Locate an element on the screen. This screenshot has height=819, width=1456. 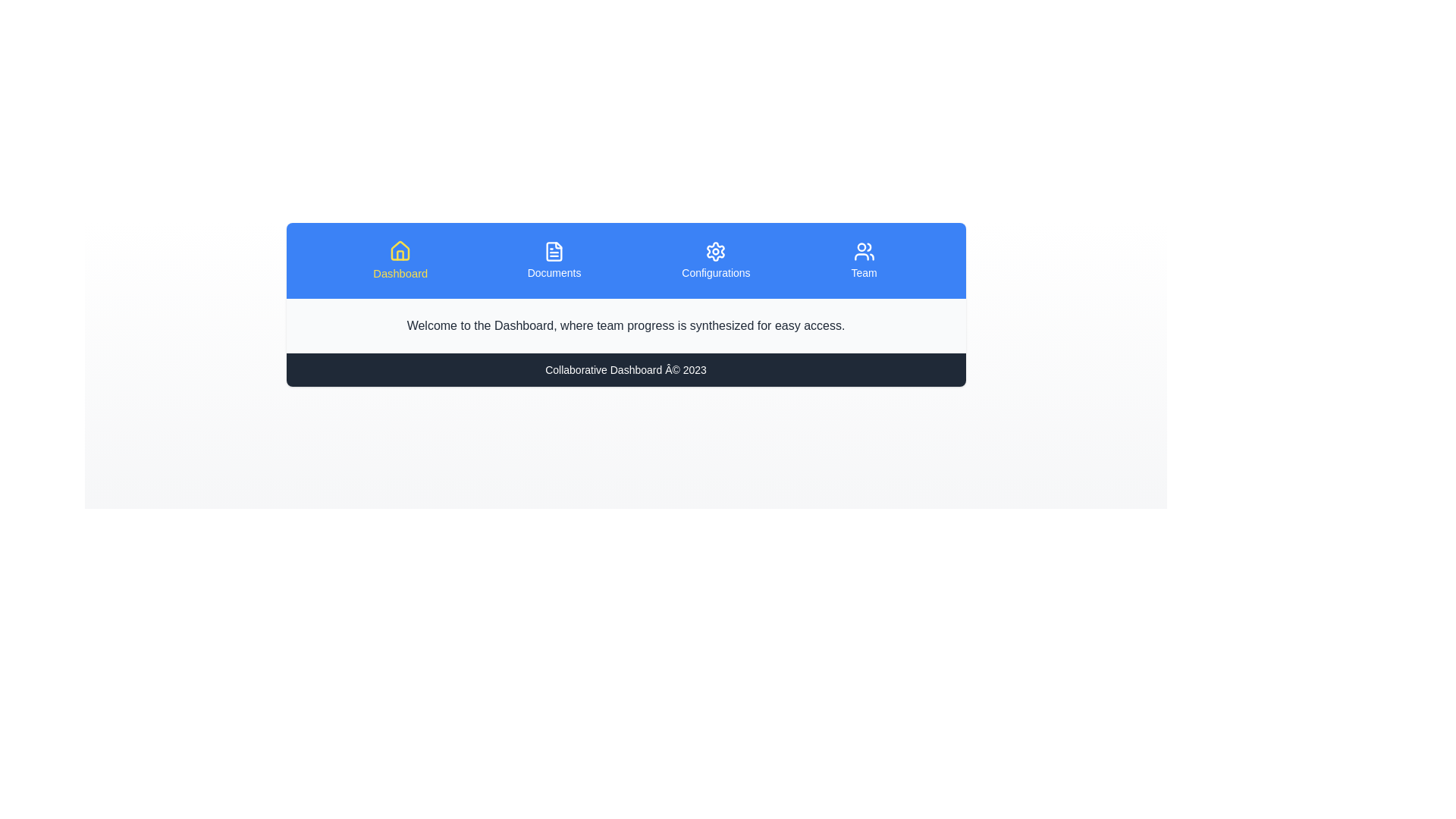
the tab labeled Team is located at coordinates (864, 259).